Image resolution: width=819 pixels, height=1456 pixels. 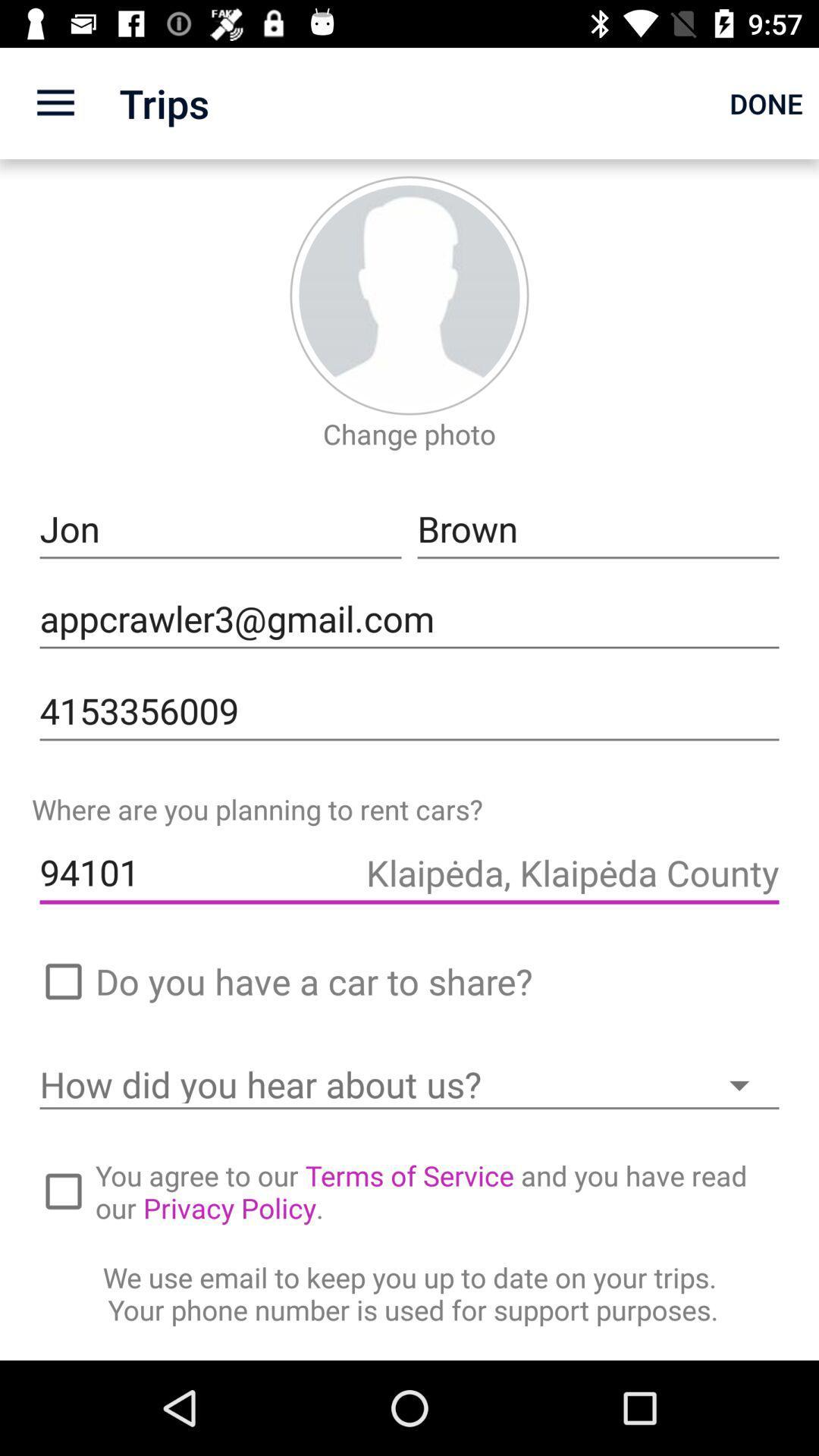 What do you see at coordinates (766, 102) in the screenshot?
I see `the done item` at bounding box center [766, 102].